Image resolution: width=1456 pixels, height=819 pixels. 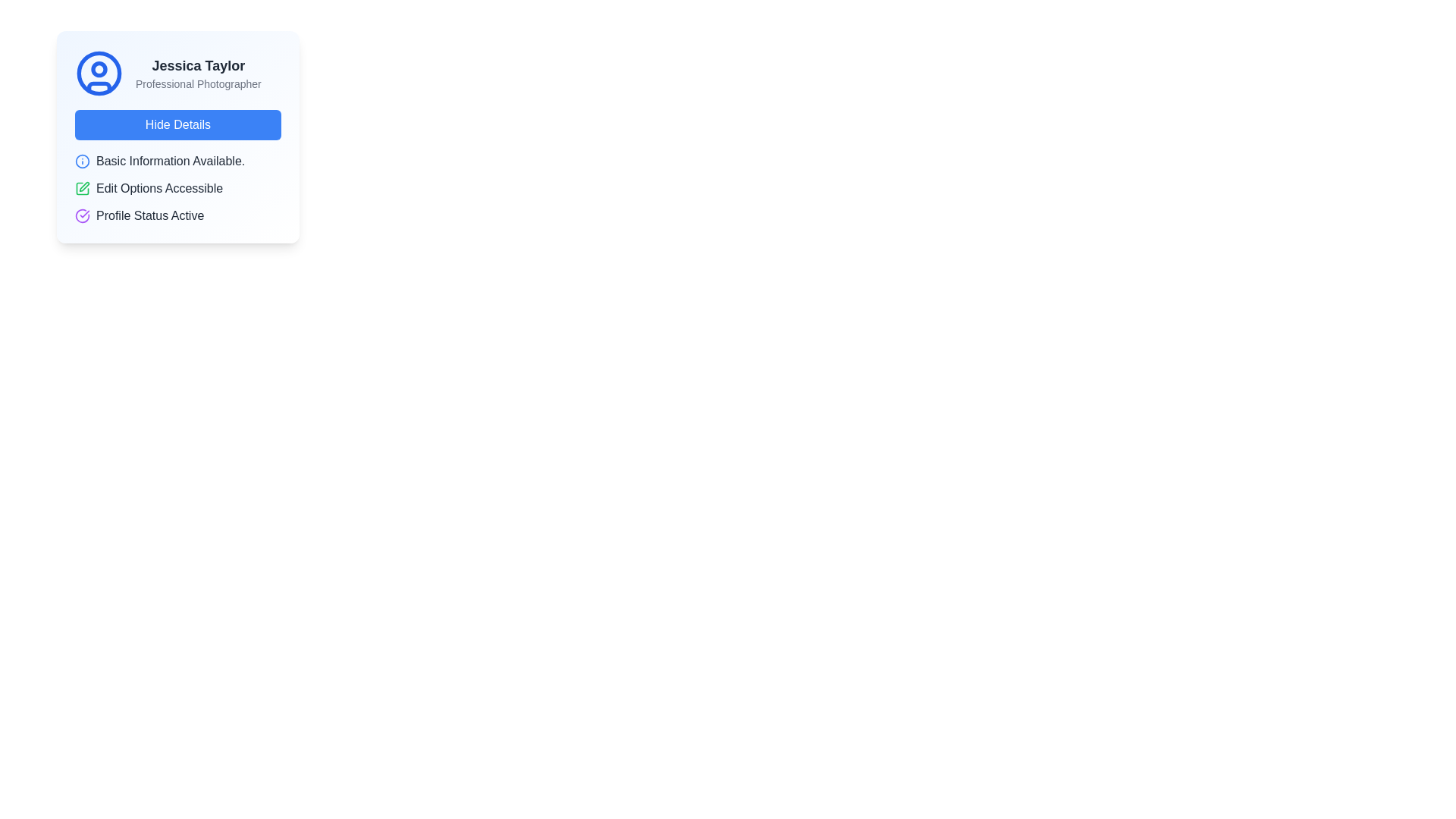 I want to click on the text label reading 'Basic Information Available.' which is styled in a standard sans-serif font and positioned beneath the 'Hide Details' button, so click(x=171, y=161).